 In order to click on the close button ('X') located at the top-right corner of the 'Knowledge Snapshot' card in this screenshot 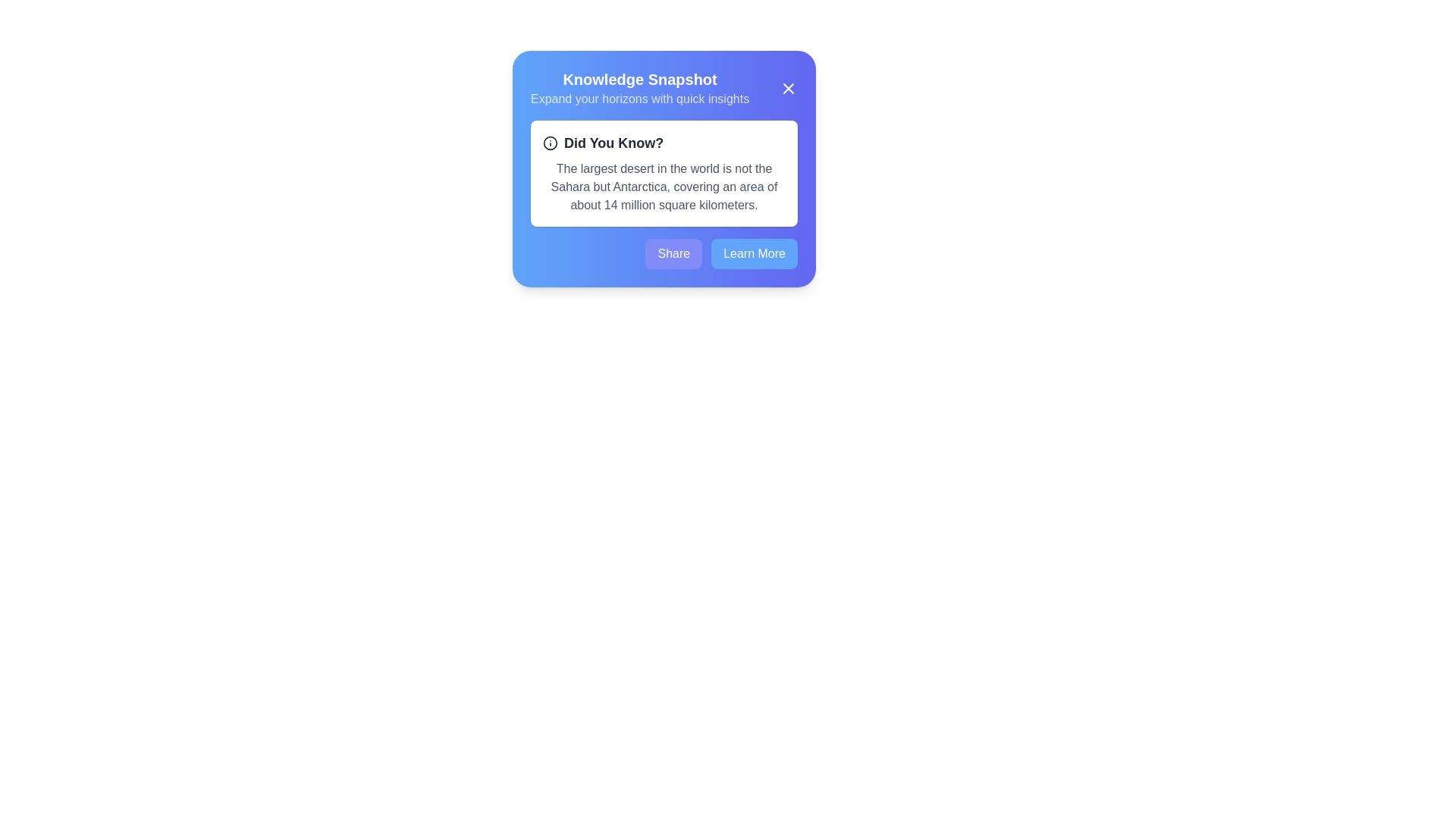, I will do `click(789, 88)`.